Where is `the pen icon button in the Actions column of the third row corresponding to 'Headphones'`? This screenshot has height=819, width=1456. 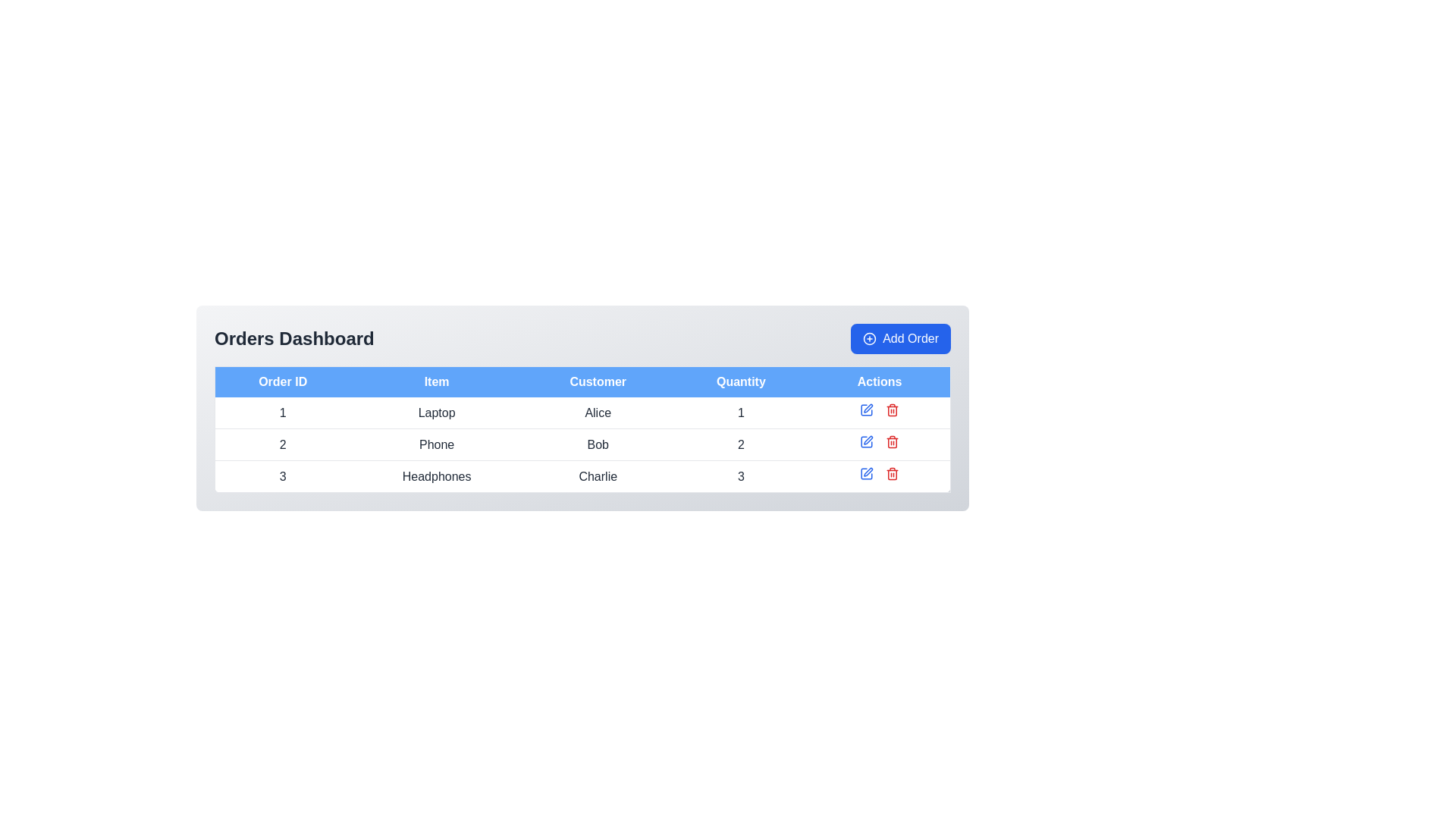 the pen icon button in the Actions column of the third row corresponding to 'Headphones' is located at coordinates (868, 471).